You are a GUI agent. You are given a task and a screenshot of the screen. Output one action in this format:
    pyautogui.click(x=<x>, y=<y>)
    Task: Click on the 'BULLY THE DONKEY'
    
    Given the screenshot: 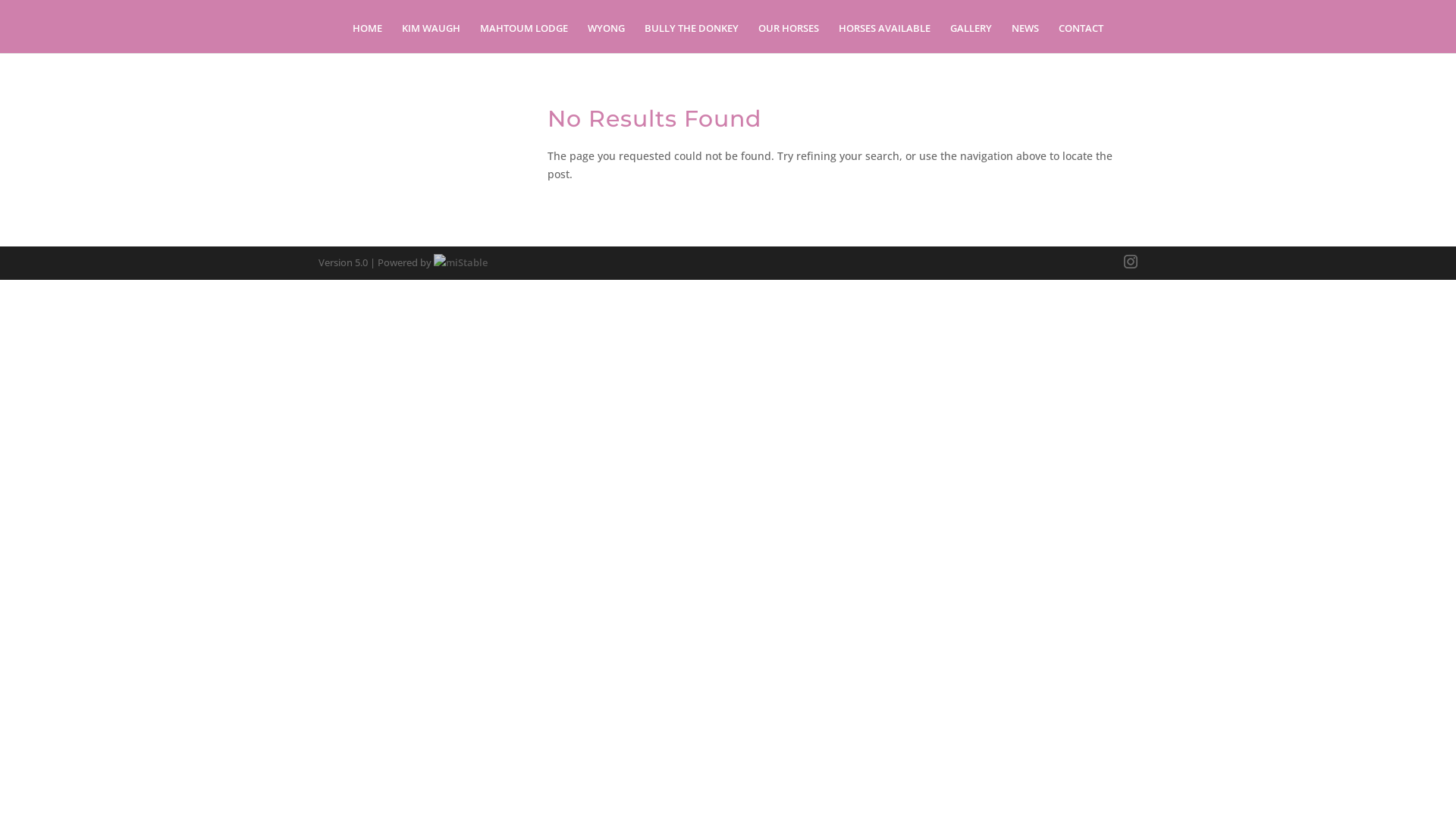 What is the action you would take?
    pyautogui.click(x=691, y=37)
    